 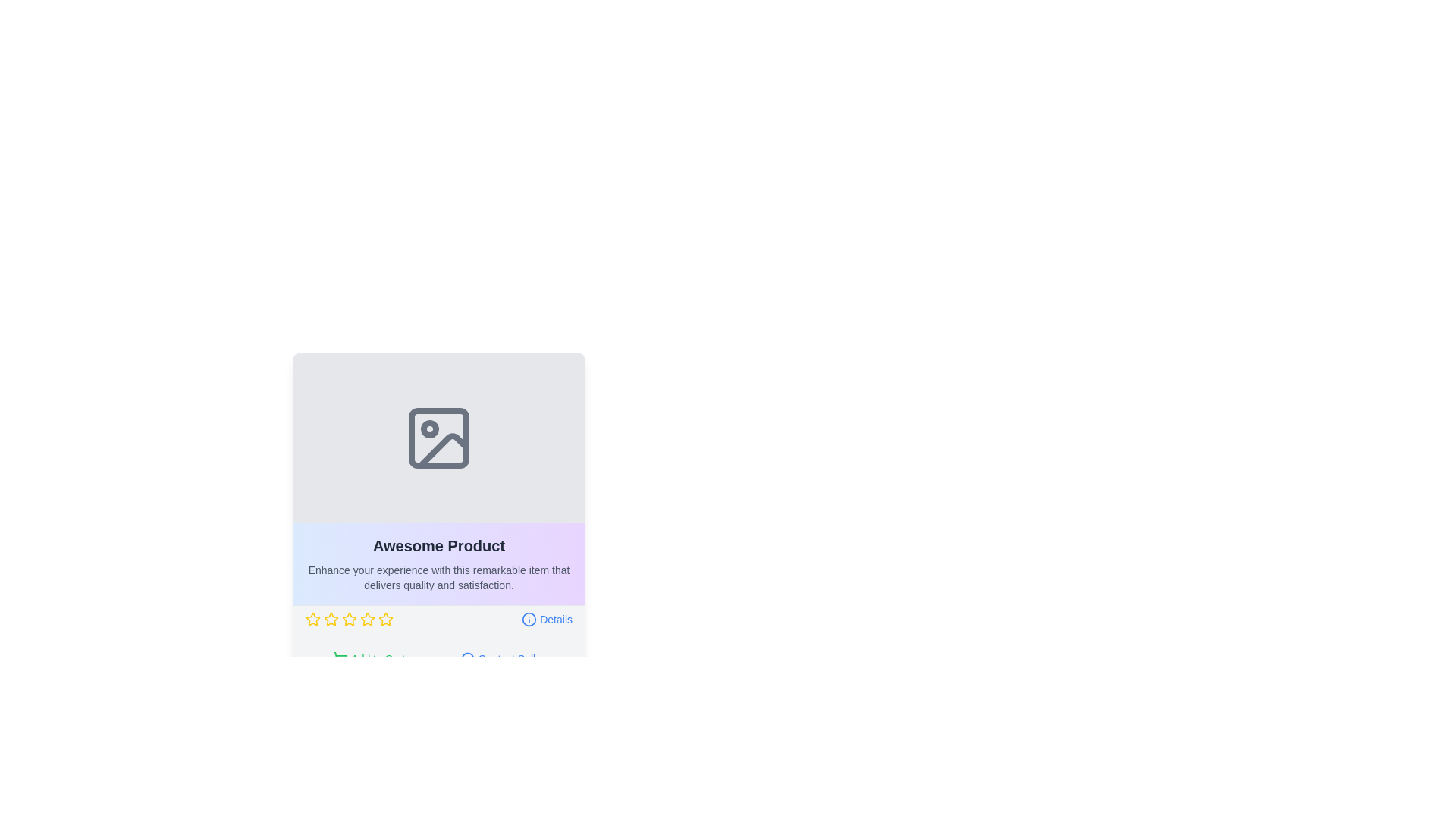 What do you see at coordinates (348, 620) in the screenshot?
I see `the fifth yellow star icon in the rating system located below the card header and product description` at bounding box center [348, 620].